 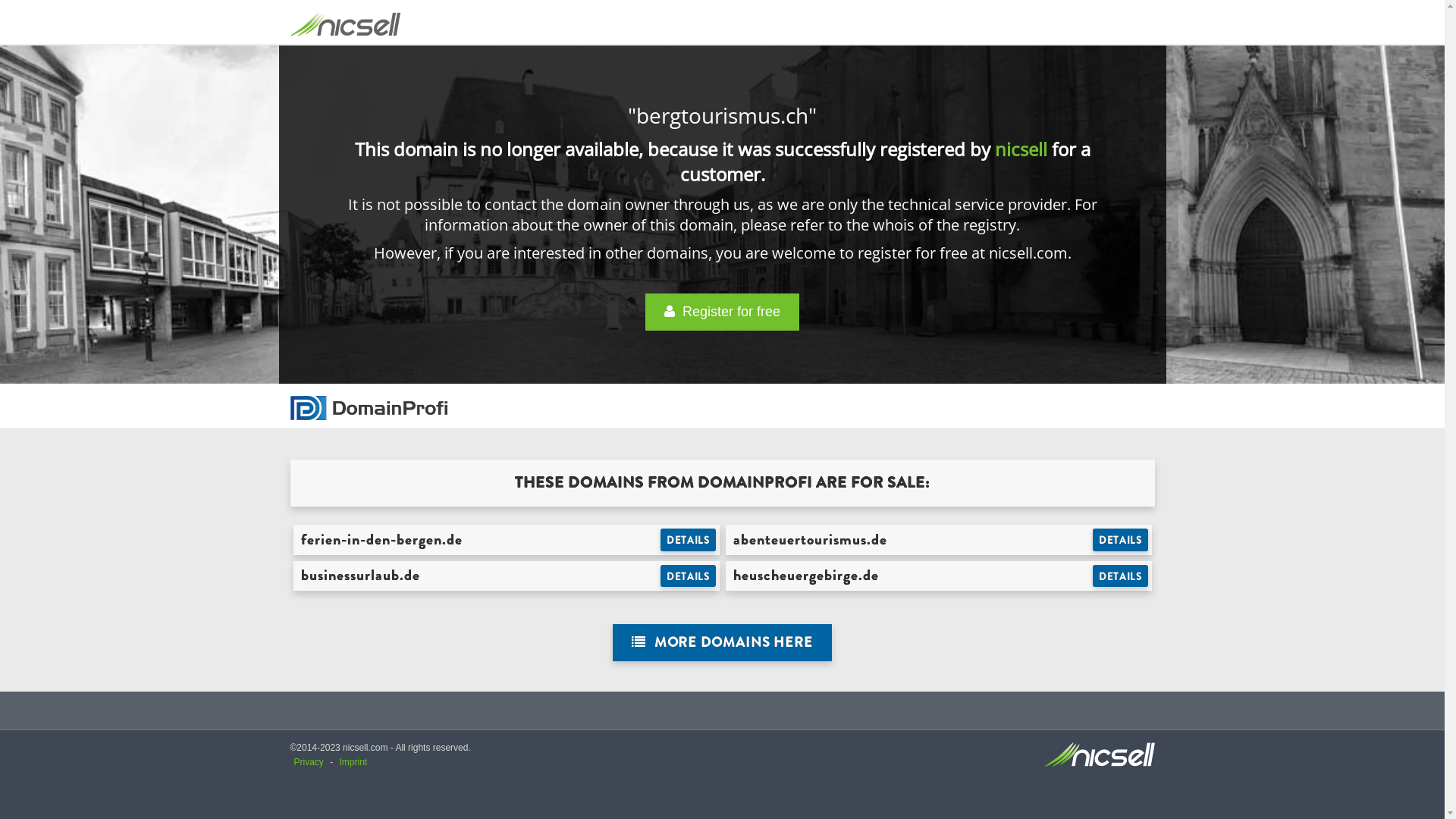 I want to click on 'DETAILS', so click(x=687, y=539).